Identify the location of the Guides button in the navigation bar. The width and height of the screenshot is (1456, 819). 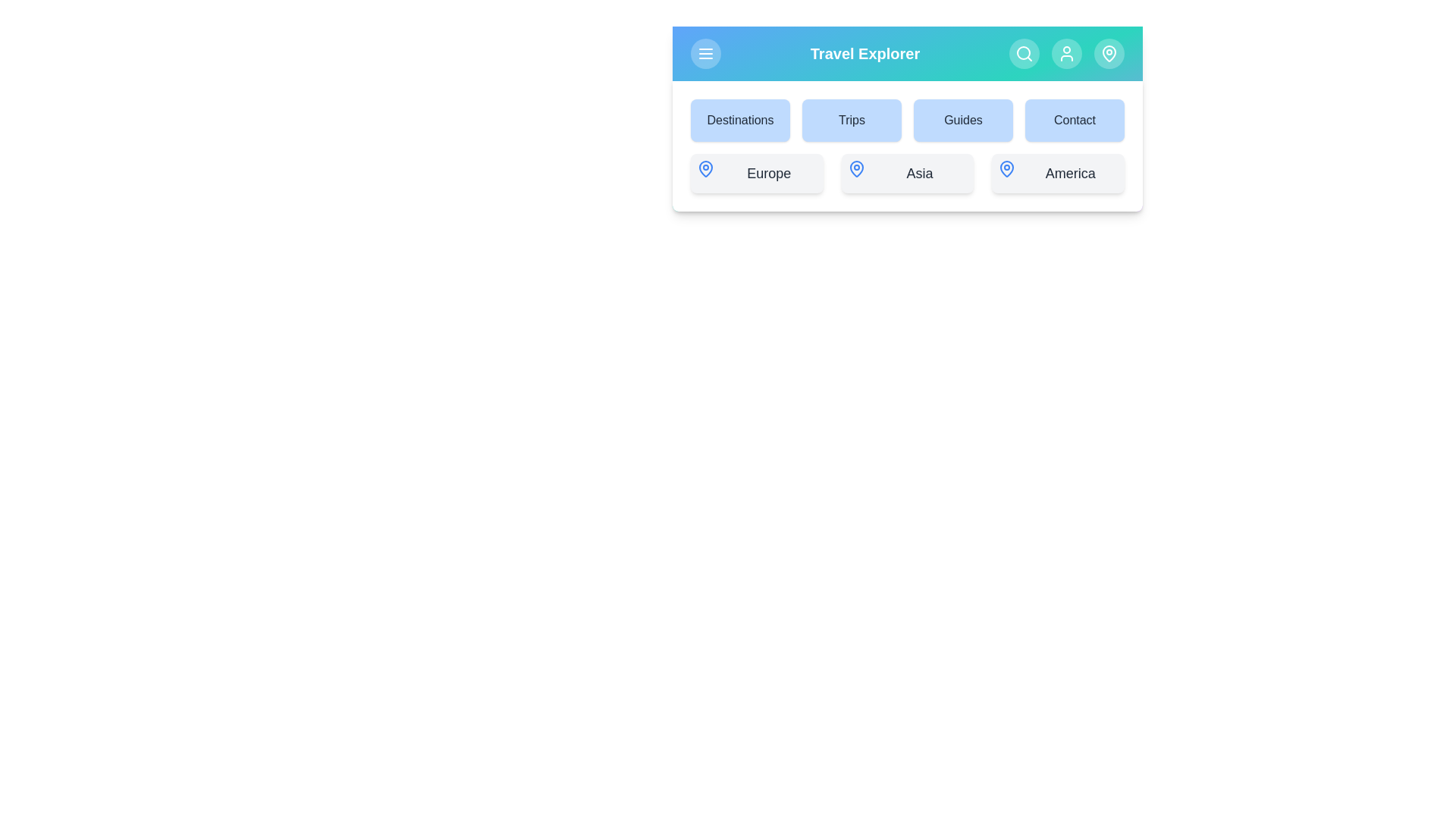
(962, 119).